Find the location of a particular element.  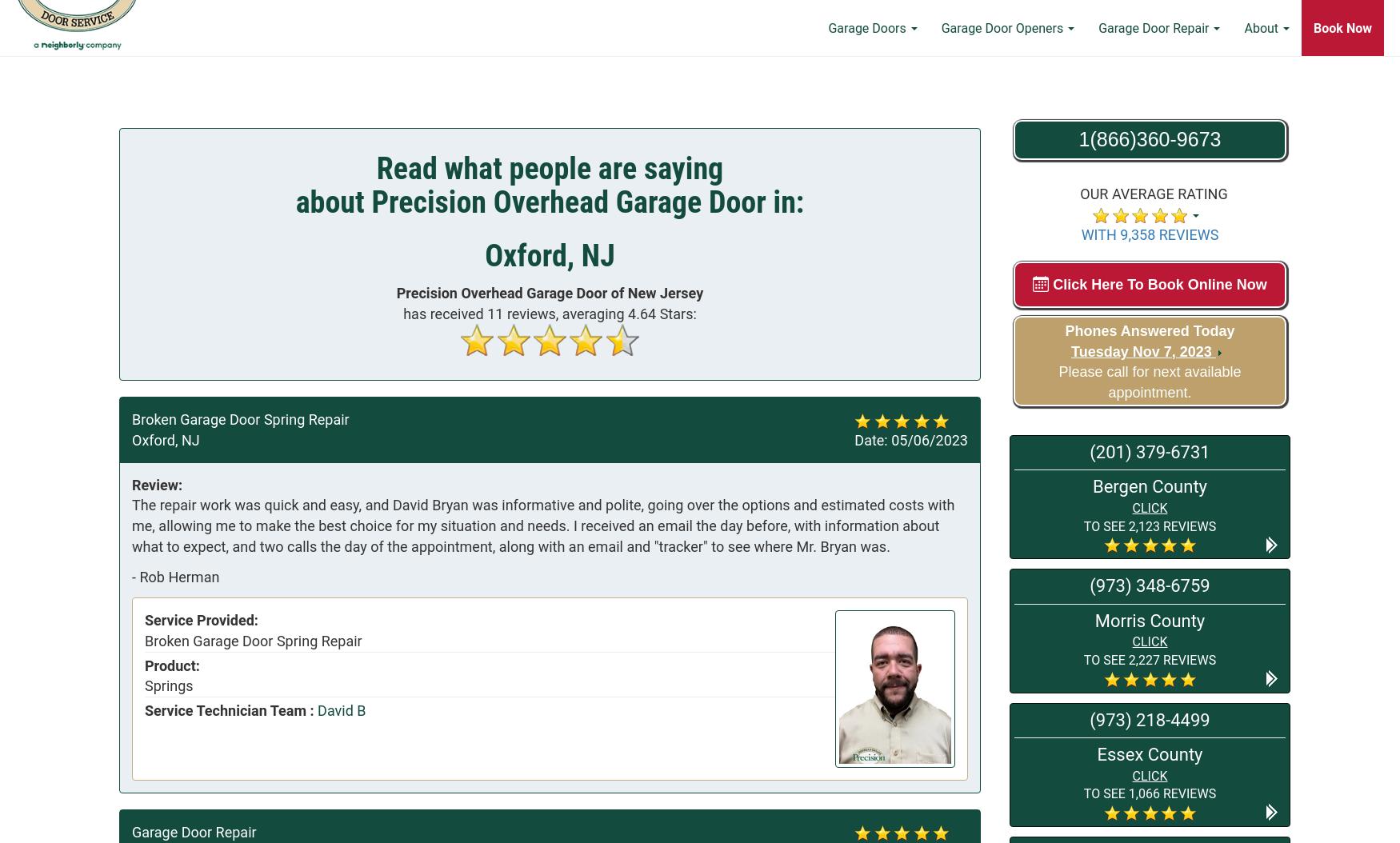

'about Precision Overhead Garage Door in:' is located at coordinates (549, 202).